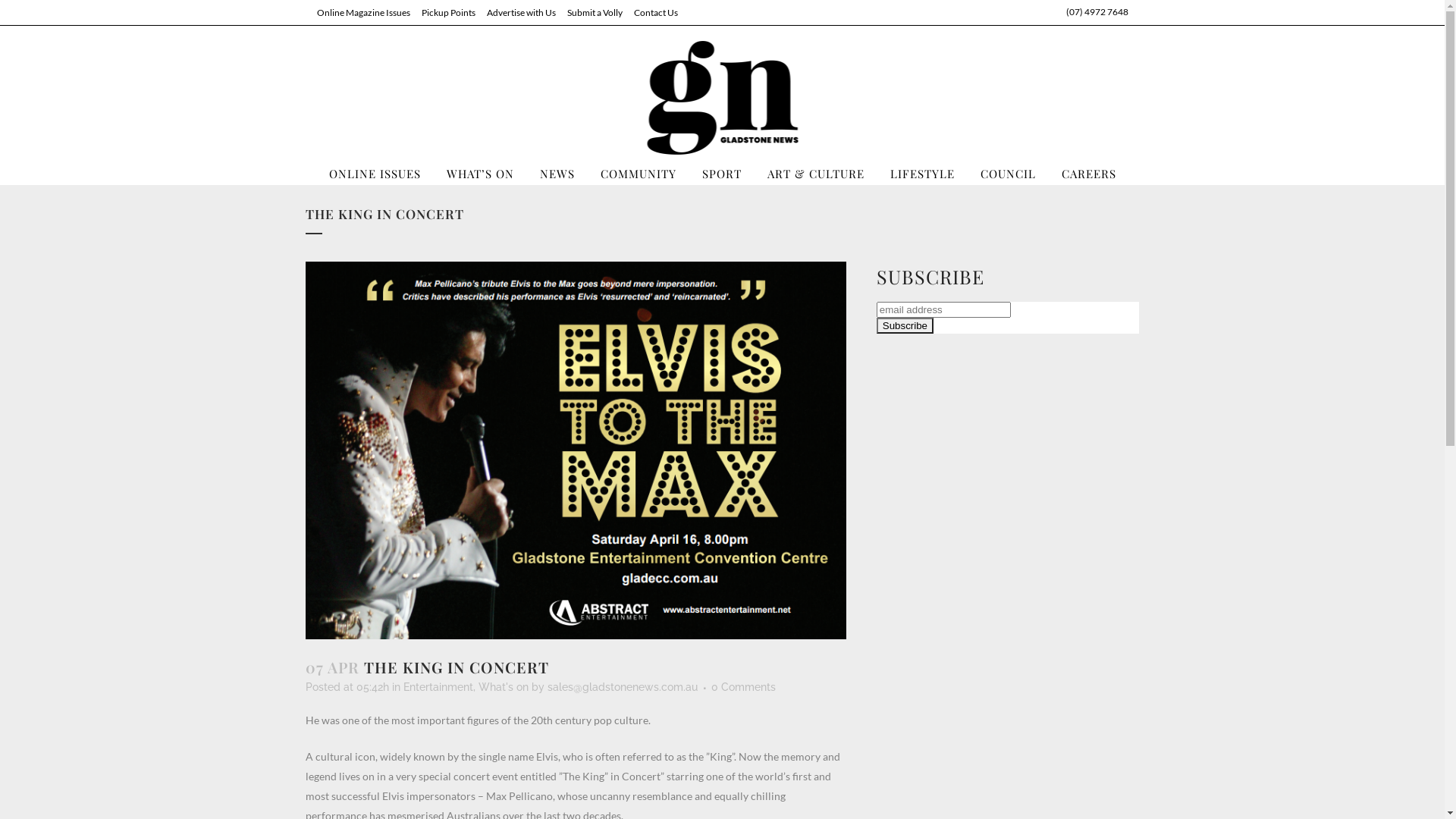  I want to click on '(07) 4972 7648', so click(1065, 11).